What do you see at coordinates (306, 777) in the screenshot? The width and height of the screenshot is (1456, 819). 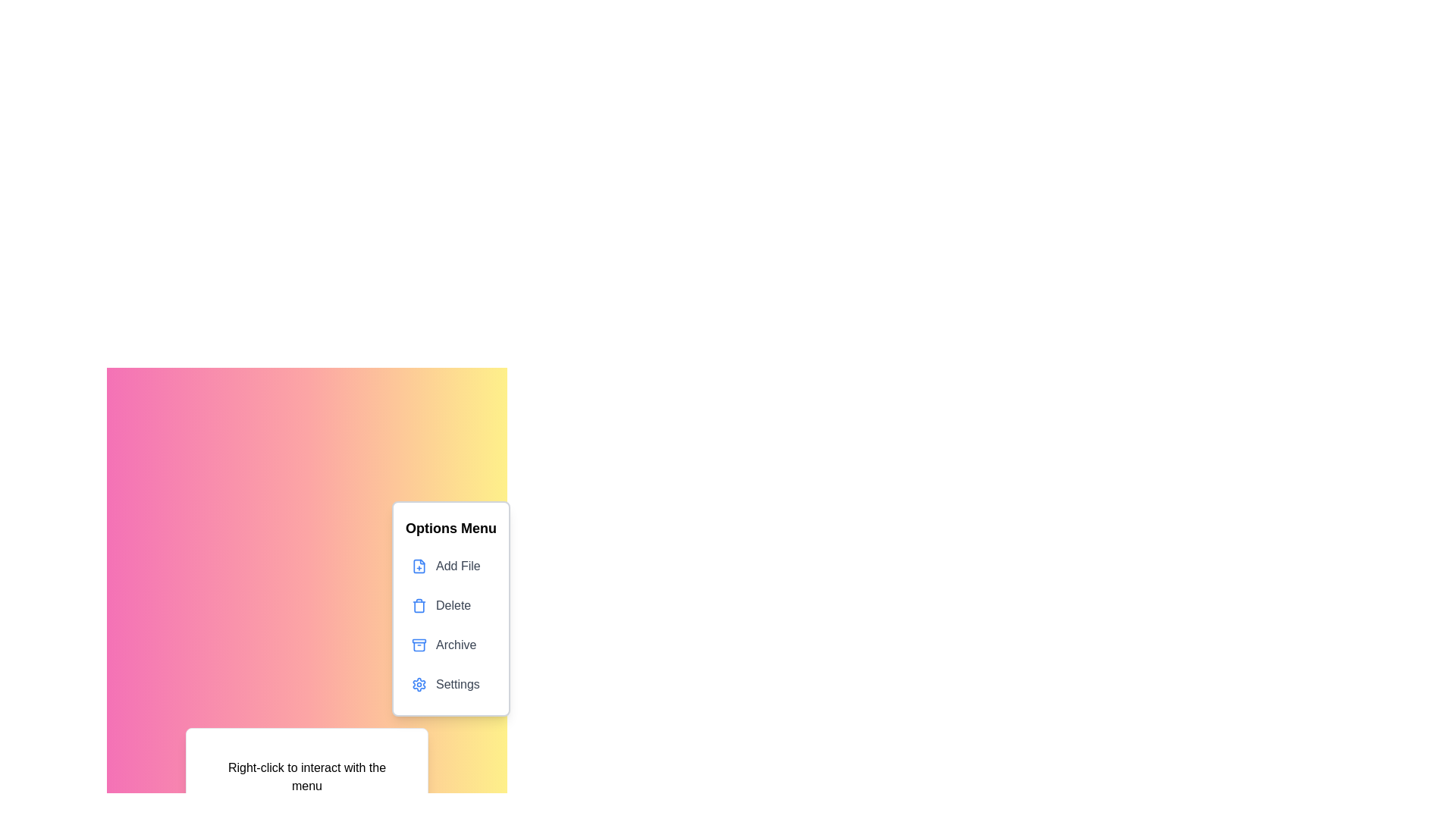 I see `the designated area to toggle the visibility of the context menu` at bounding box center [306, 777].